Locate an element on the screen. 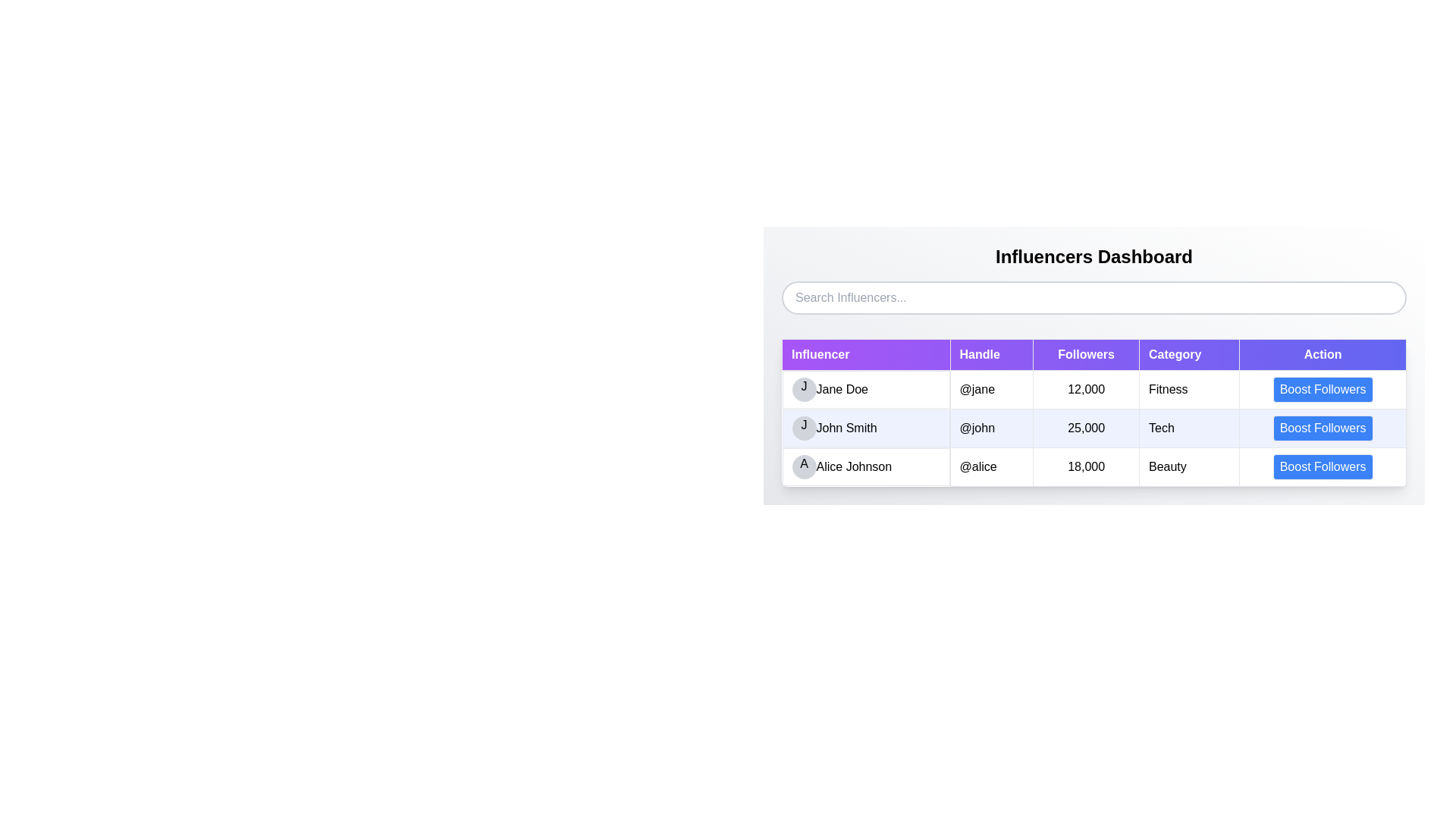  the button in the 'Action' column of the second row, which is aligned with the influencer 'John Smith' is located at coordinates (1322, 428).